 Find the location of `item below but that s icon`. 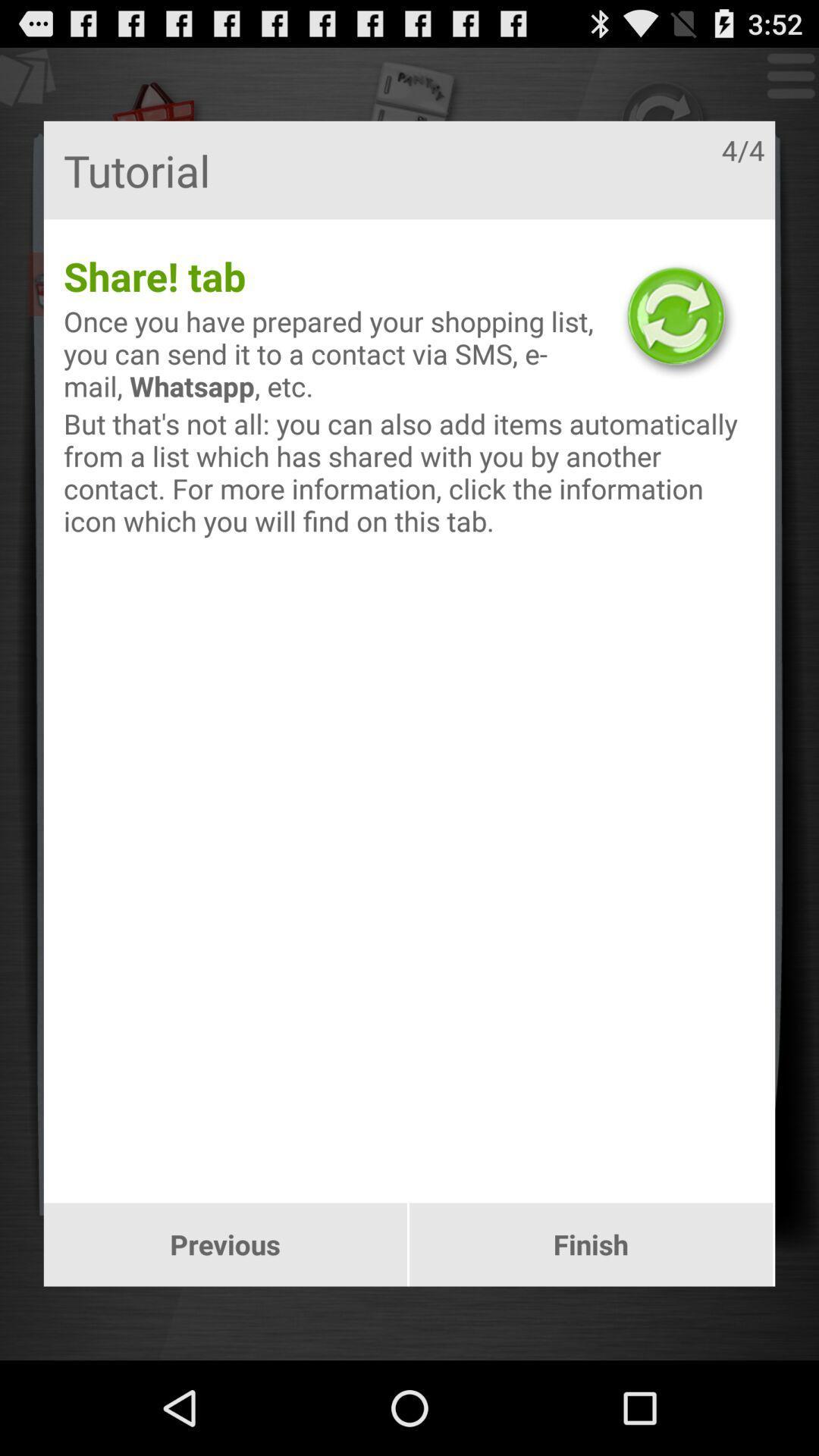

item below but that s icon is located at coordinates (225, 1244).